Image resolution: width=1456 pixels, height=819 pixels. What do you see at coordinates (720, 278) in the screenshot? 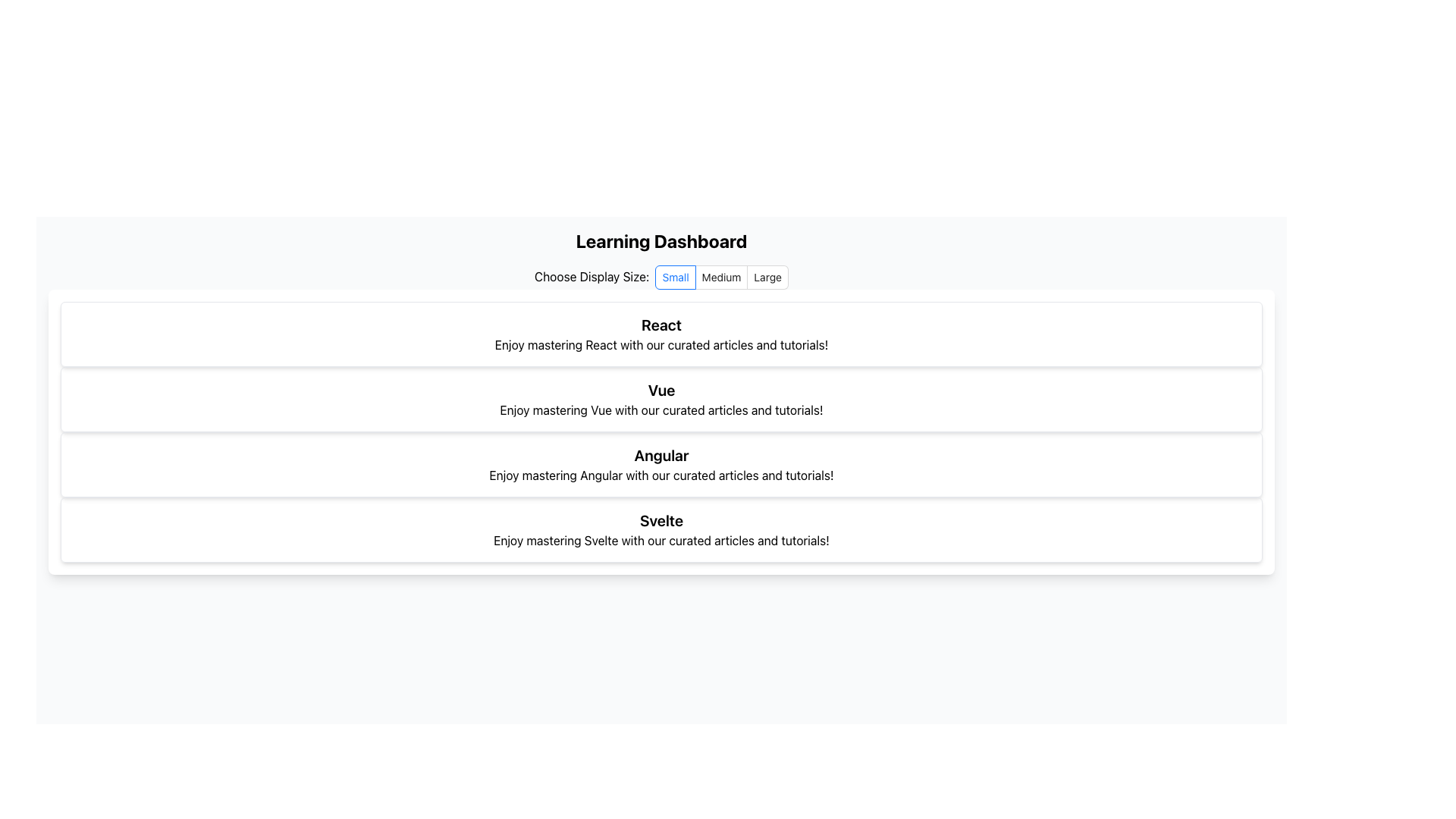
I see `the 'Medium' radio button in the 'Choose Display Size' group` at bounding box center [720, 278].